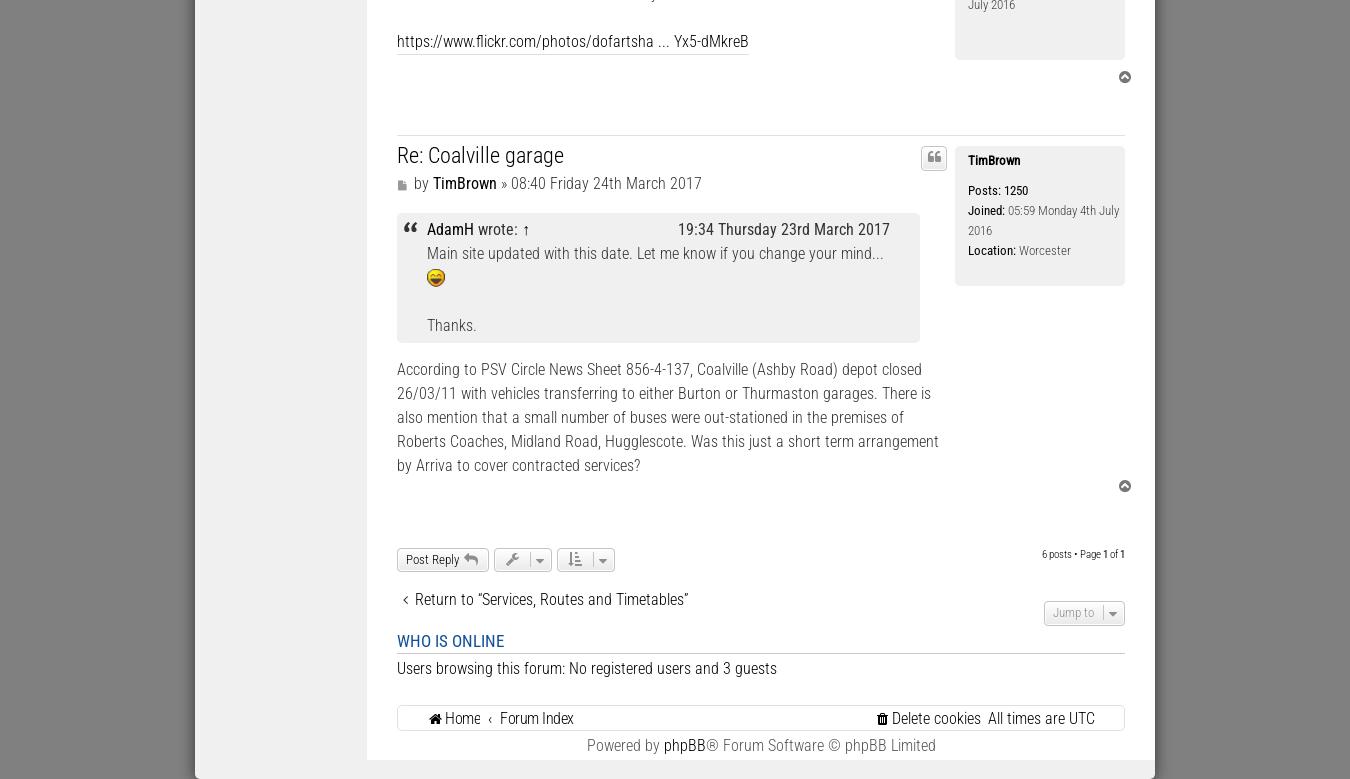  I want to click on 'UTC', so click(1082, 716).